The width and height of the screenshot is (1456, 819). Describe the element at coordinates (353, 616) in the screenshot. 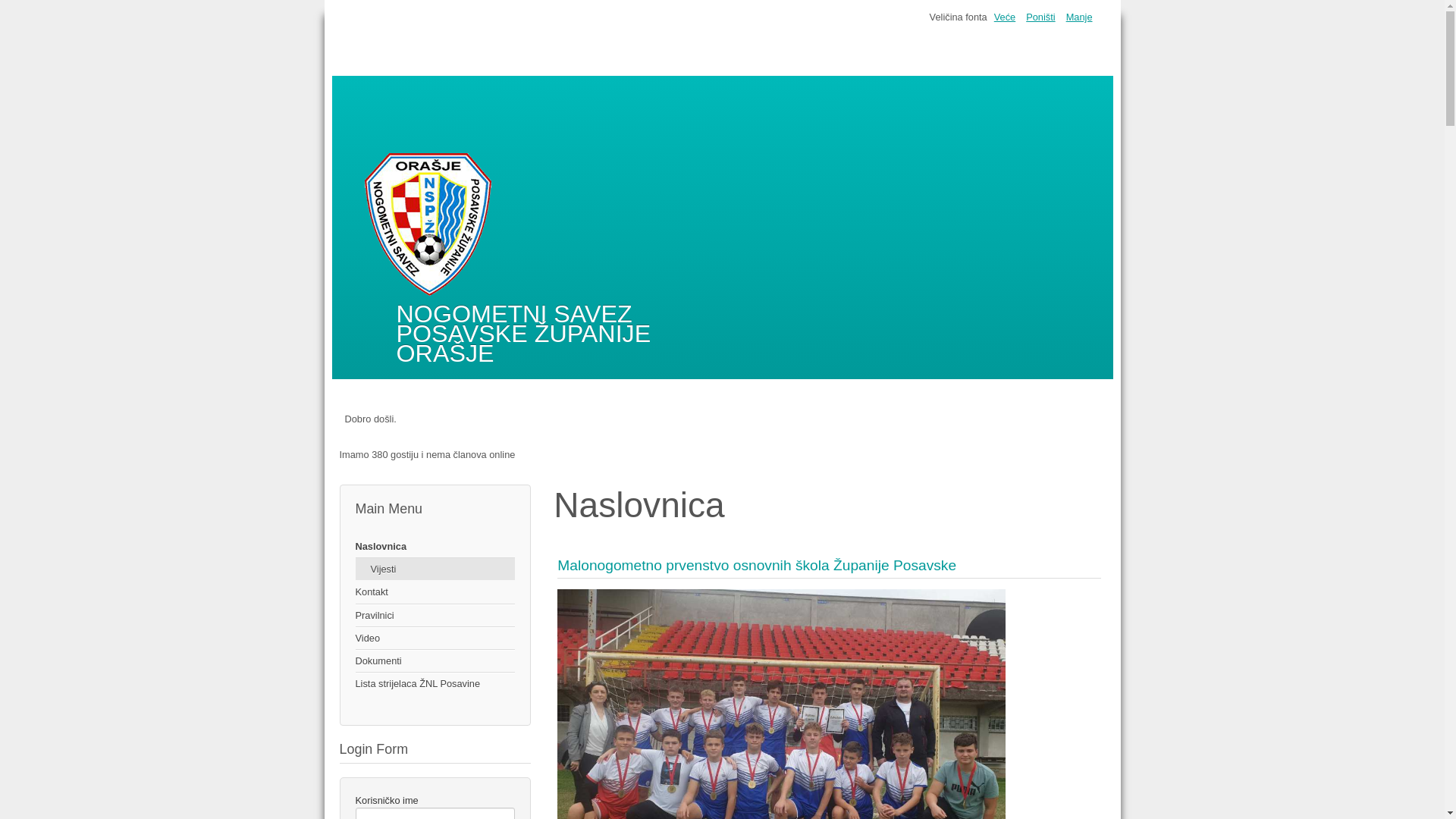

I see `'Pravilnici'` at that location.